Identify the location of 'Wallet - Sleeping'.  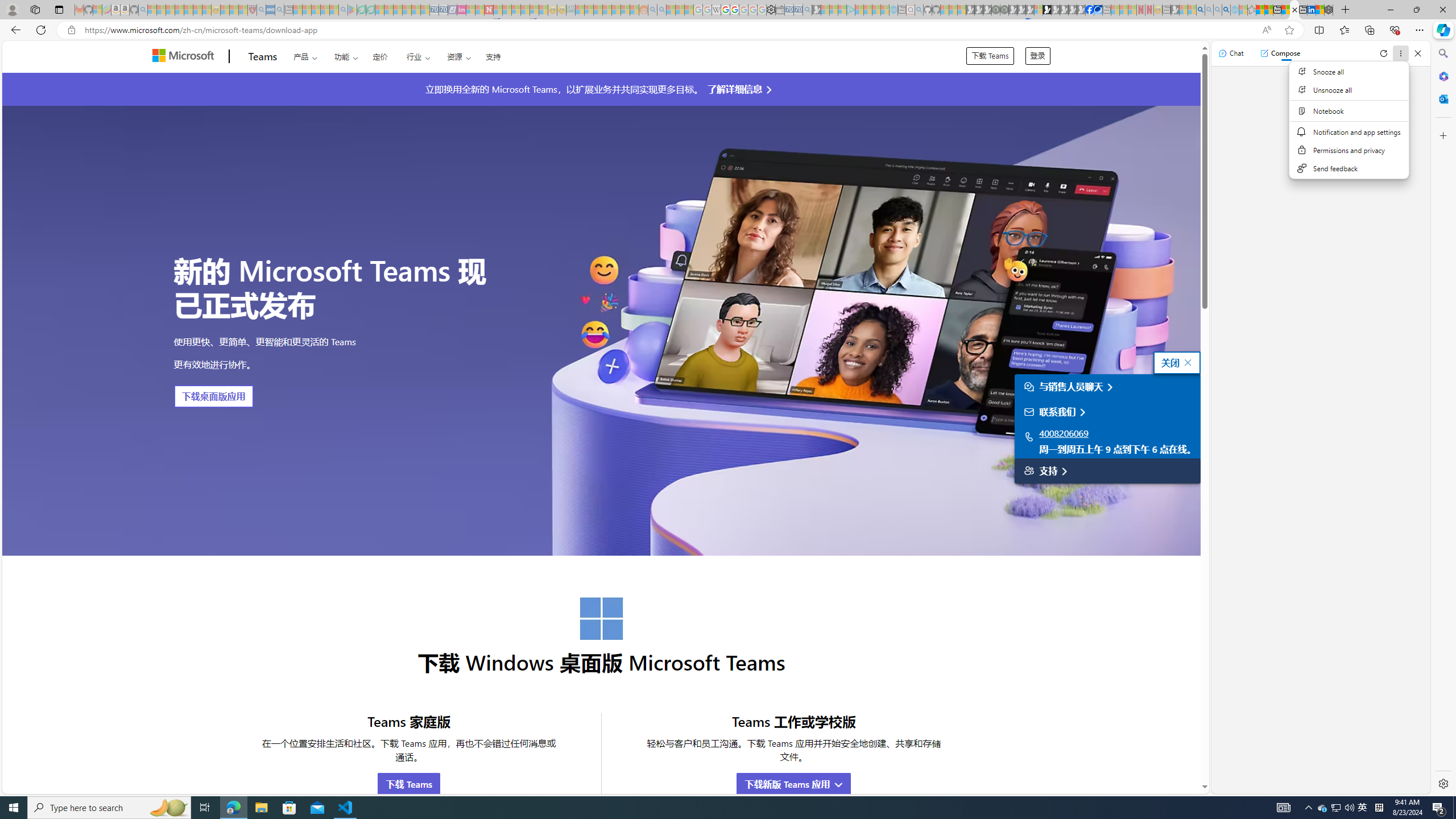
(779, 9).